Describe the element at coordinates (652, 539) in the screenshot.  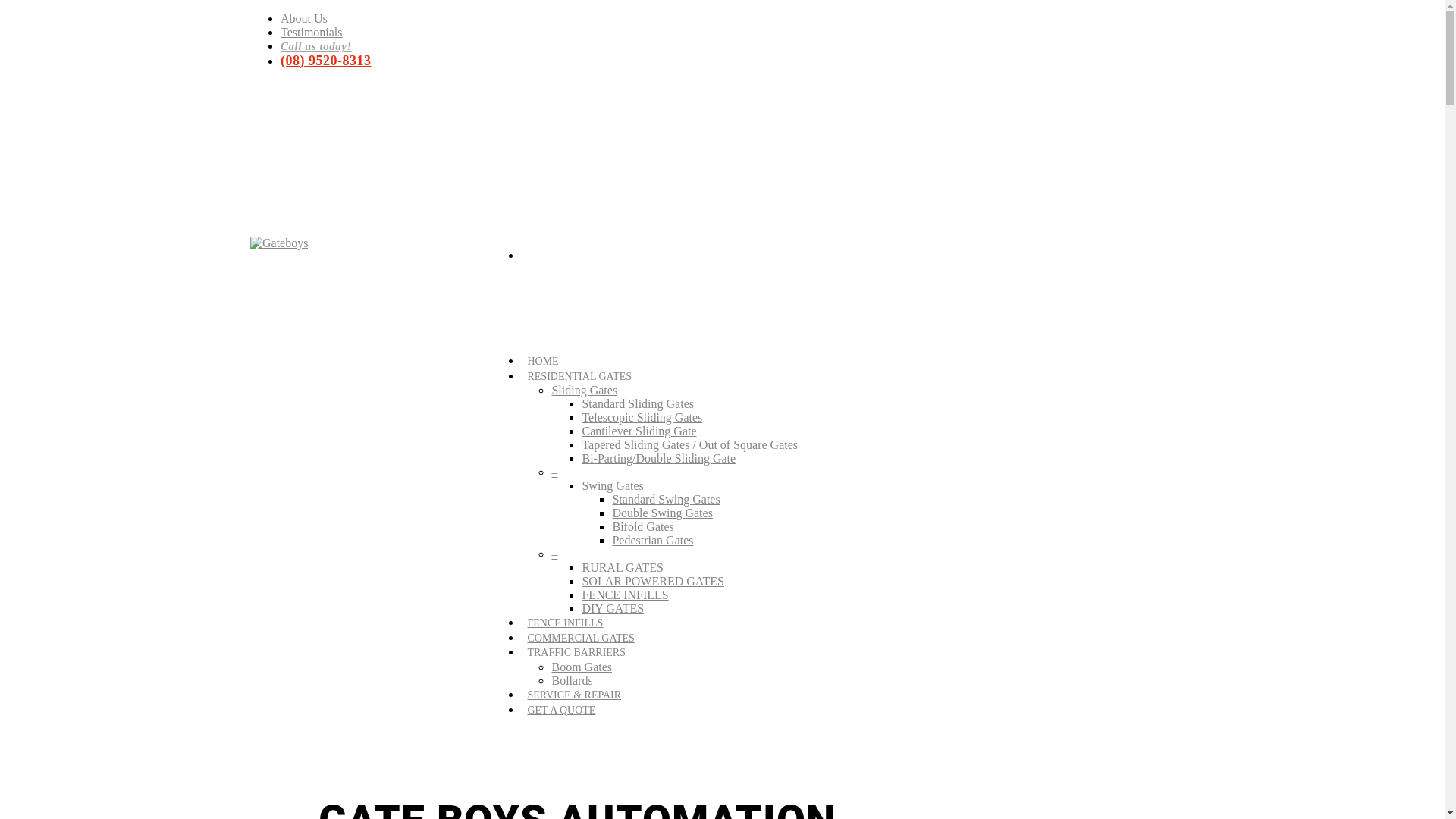
I see `'Pedestrian Gates'` at that location.